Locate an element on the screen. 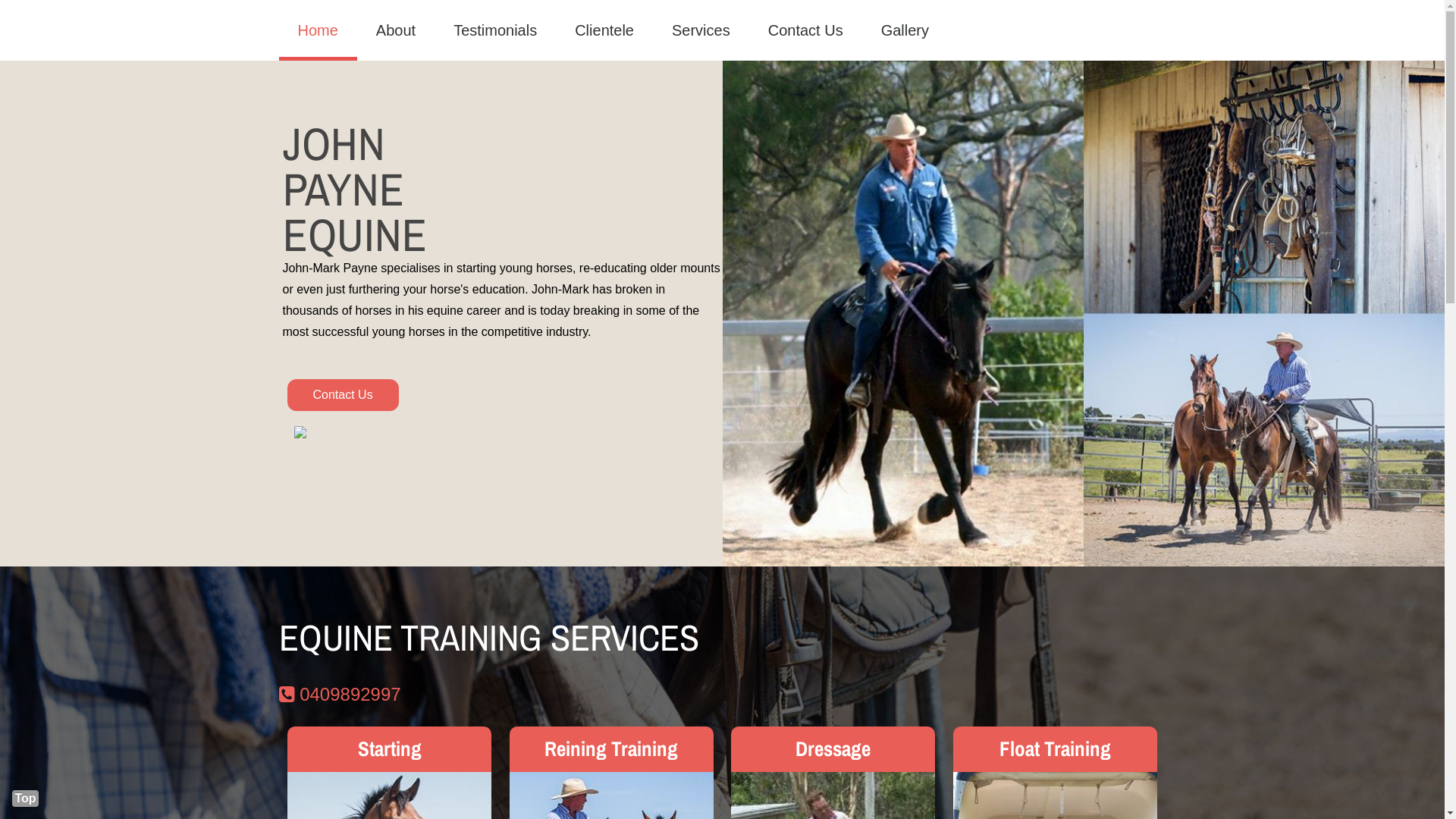 Image resolution: width=1456 pixels, height=819 pixels. 'Contact Us' is located at coordinates (341, 394).